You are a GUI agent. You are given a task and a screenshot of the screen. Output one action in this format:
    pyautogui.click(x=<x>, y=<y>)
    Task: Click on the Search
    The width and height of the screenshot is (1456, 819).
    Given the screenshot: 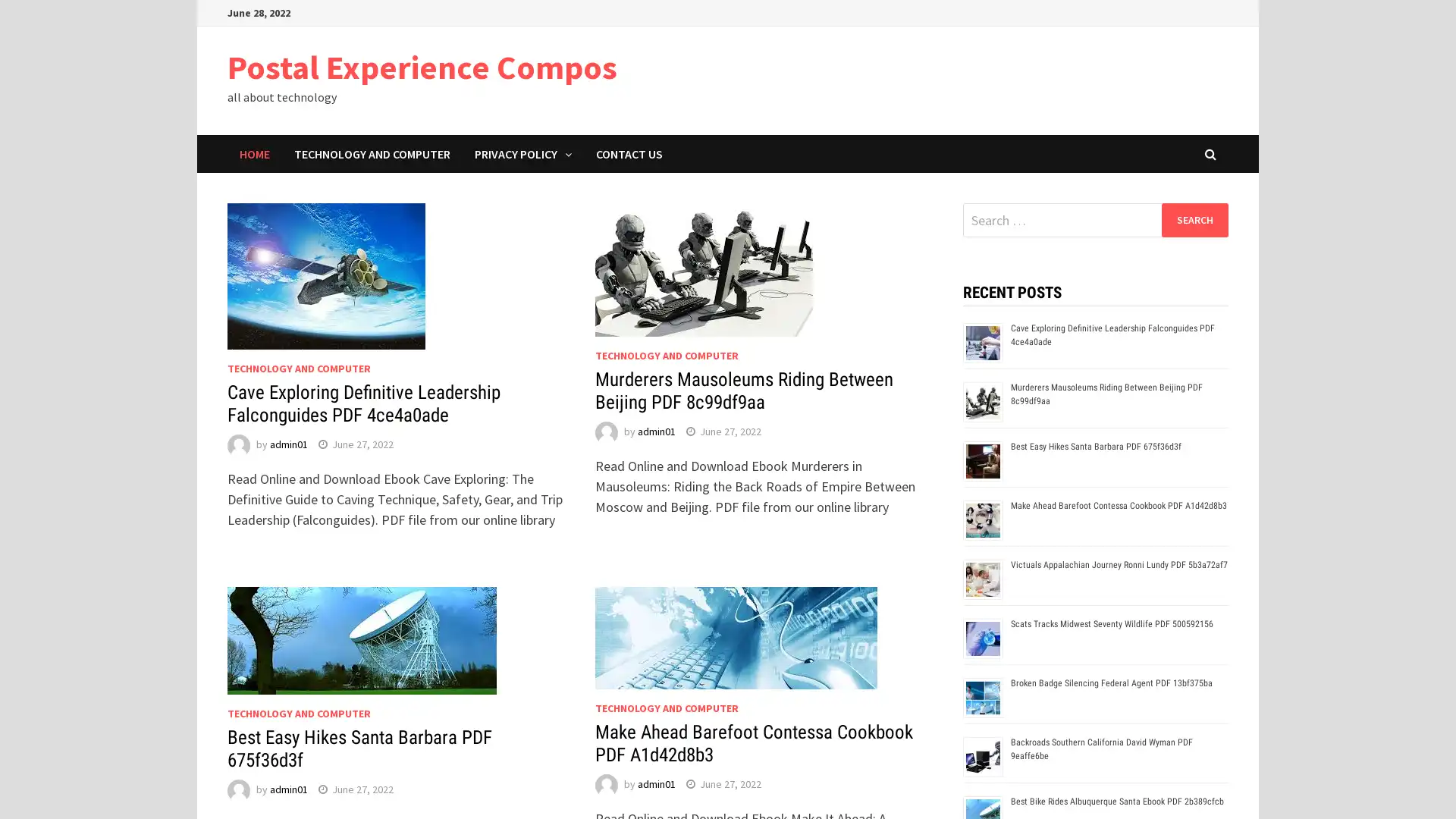 What is the action you would take?
    pyautogui.click(x=1194, y=219)
    